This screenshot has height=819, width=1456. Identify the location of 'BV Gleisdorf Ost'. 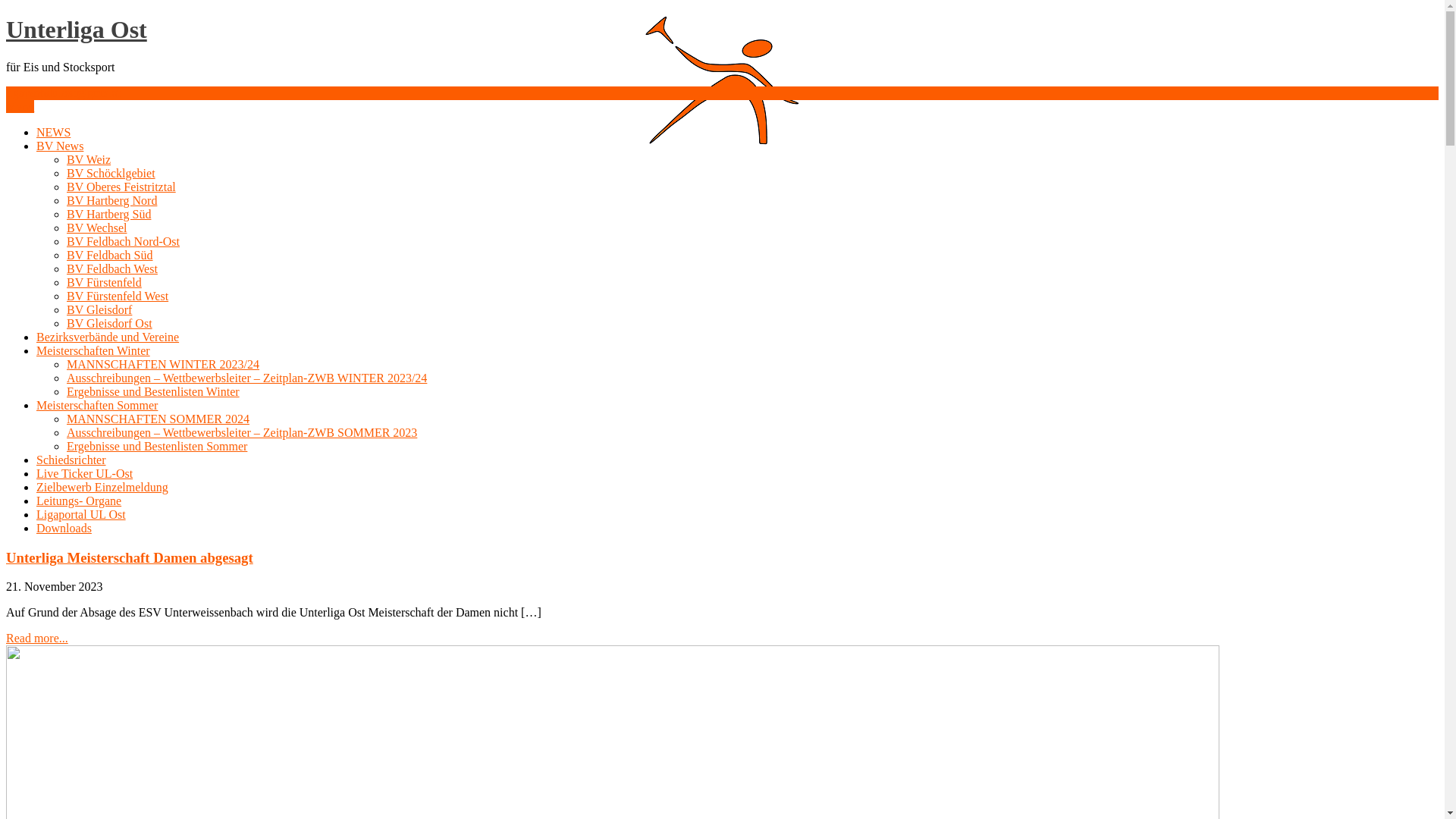
(65, 322).